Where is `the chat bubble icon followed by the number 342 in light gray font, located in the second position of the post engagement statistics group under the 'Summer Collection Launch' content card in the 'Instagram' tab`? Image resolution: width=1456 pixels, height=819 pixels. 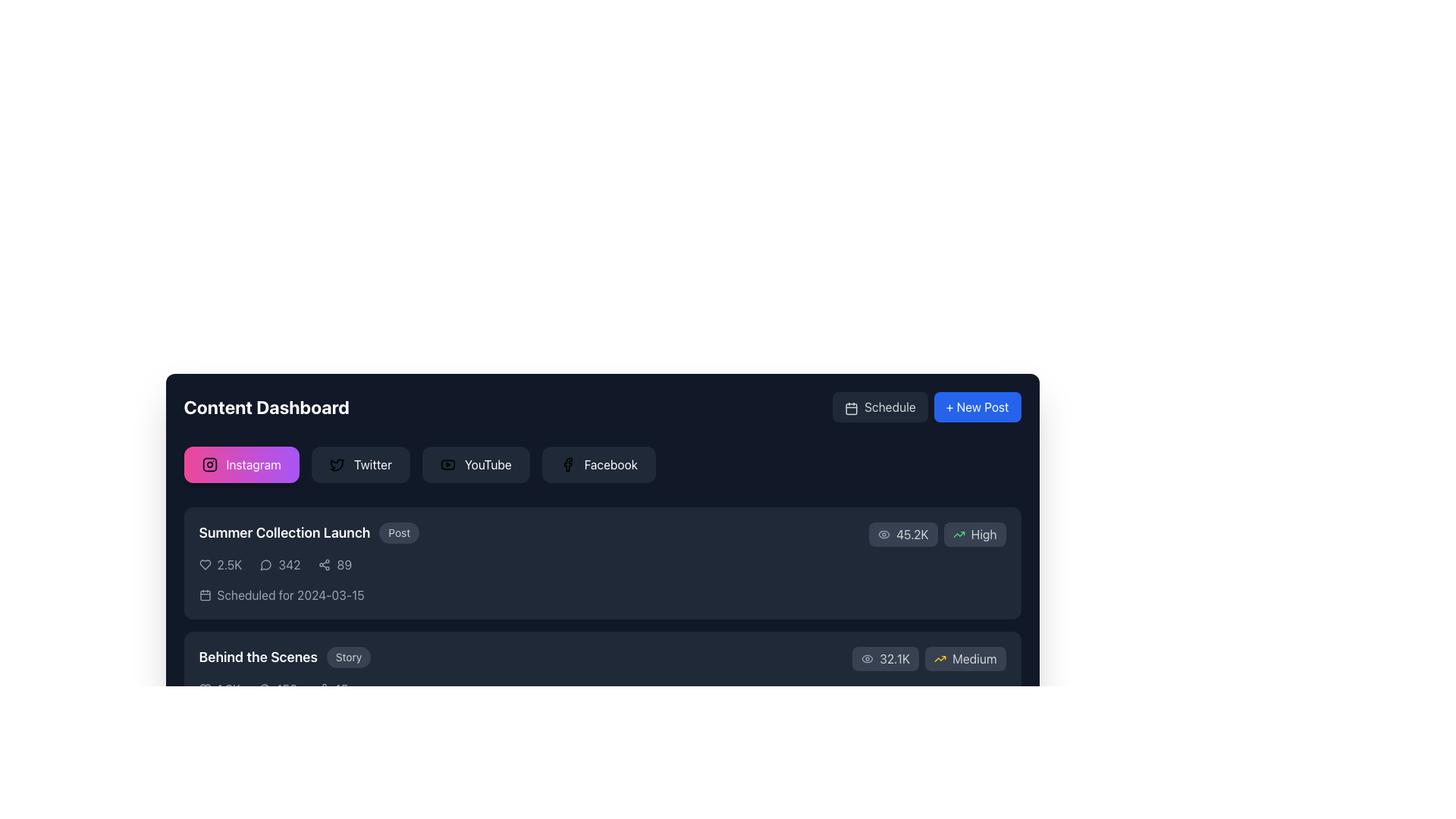 the chat bubble icon followed by the number 342 in light gray font, located in the second position of the post engagement statistics group under the 'Summer Collection Launch' content card in the 'Instagram' tab is located at coordinates (280, 564).